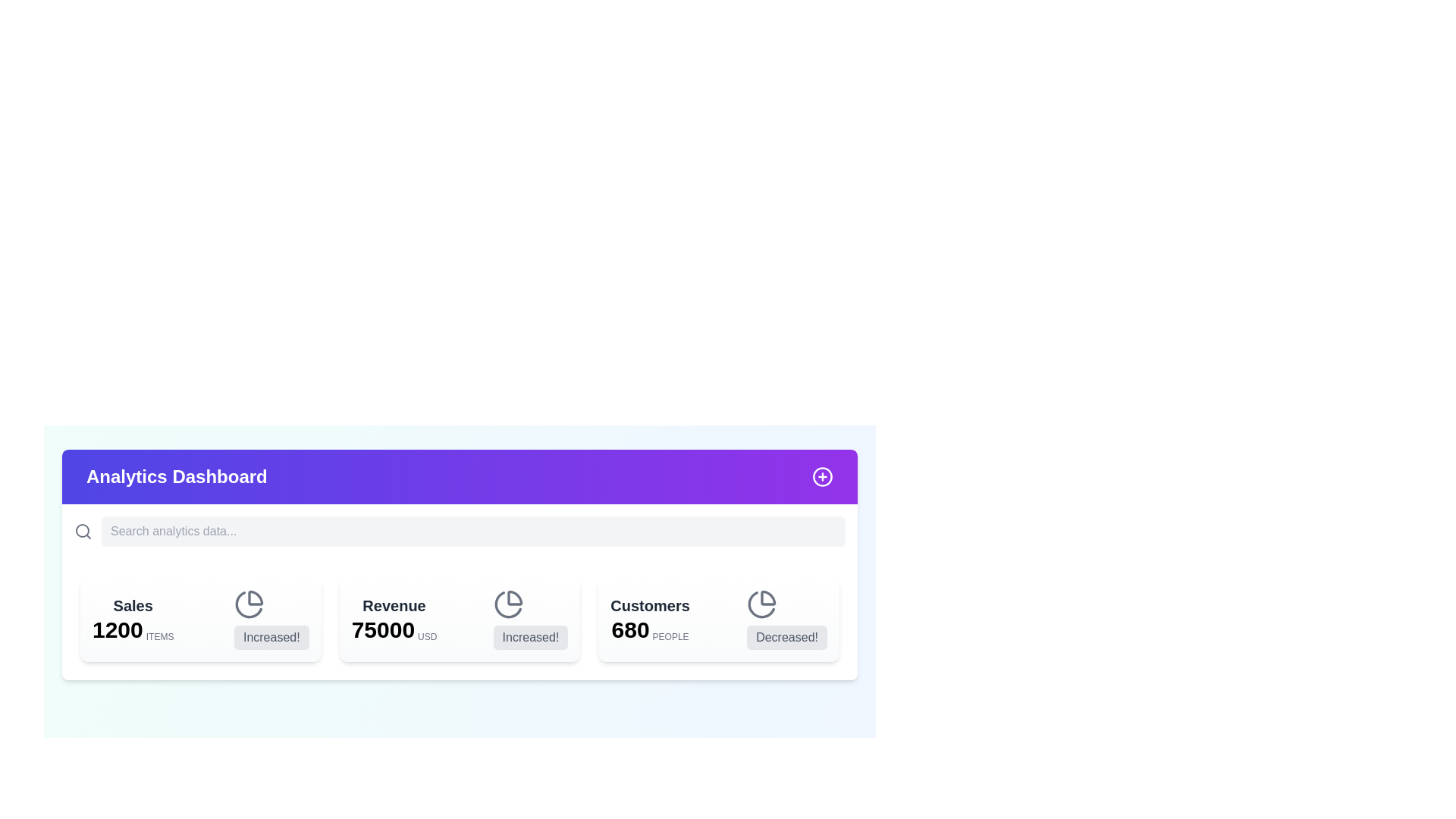 The height and width of the screenshot is (819, 1456). I want to click on the text label reading 'Decreased!' with a light gray background located at the rightmost position under the 'Customers' heading, so click(787, 637).